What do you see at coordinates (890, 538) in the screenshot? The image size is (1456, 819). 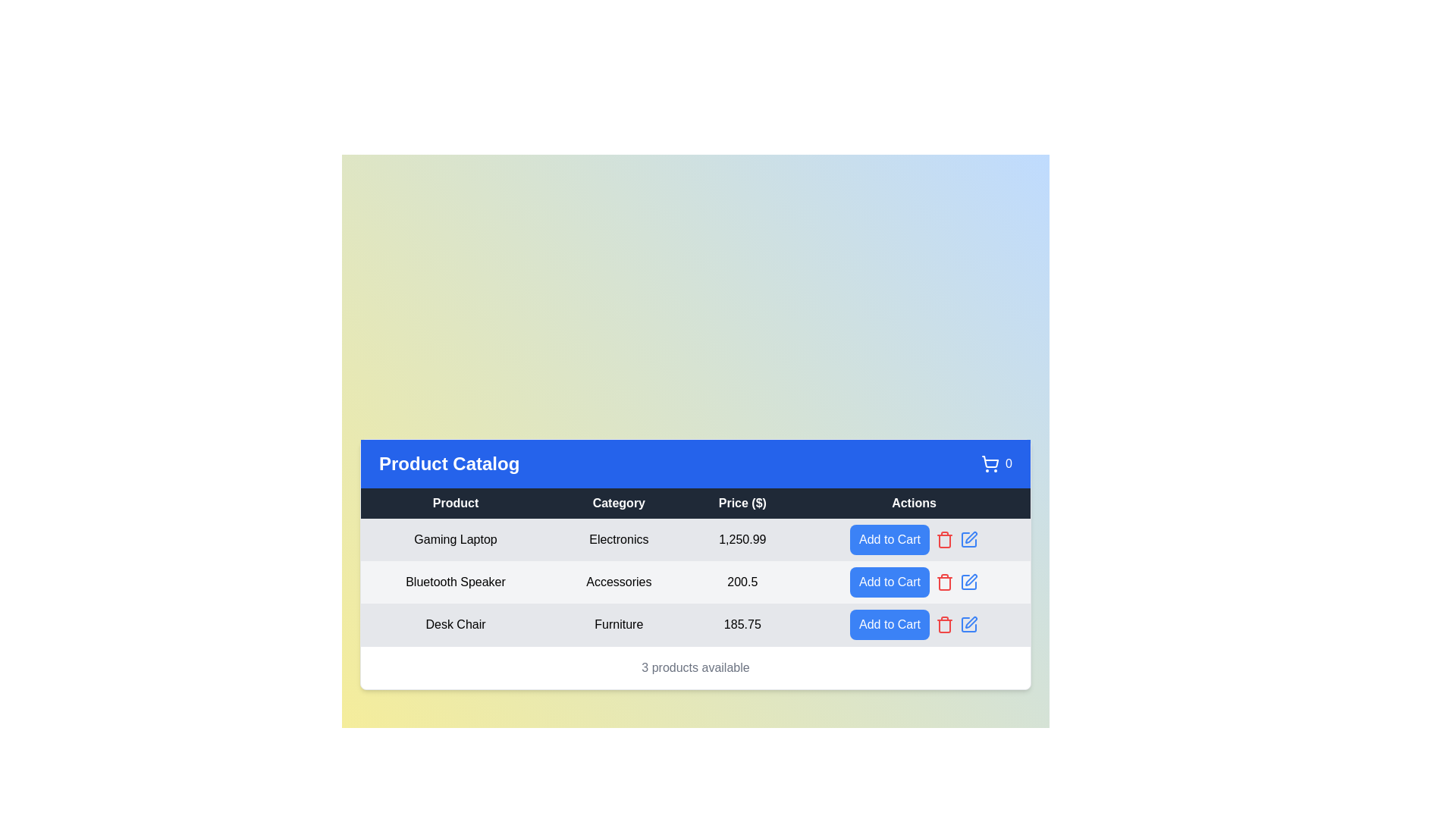 I see `the 'Add to Cart' button, which is a rectangular button with rounded corners, displaying white text on a blue background, to observe its style change` at bounding box center [890, 538].